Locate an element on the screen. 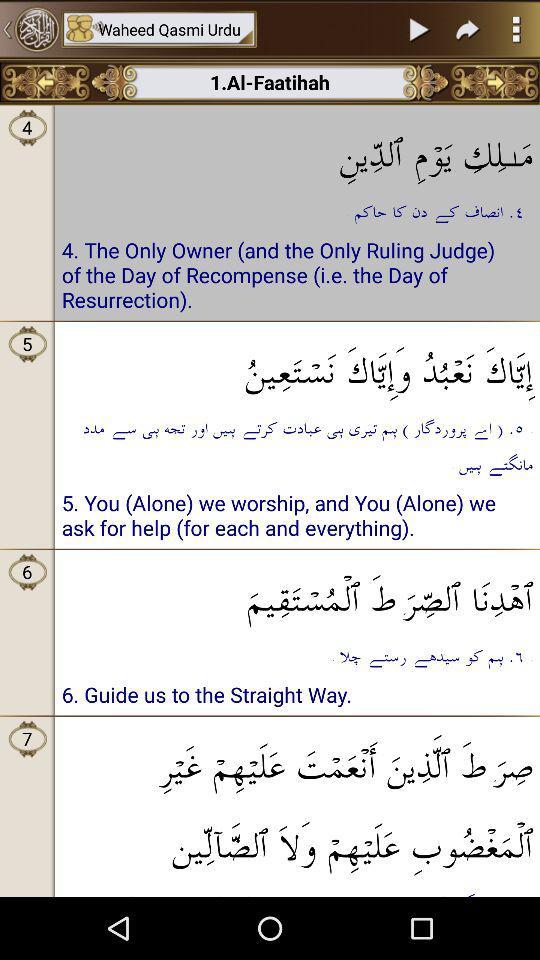 The height and width of the screenshot is (960, 540). option is located at coordinates (419, 28).